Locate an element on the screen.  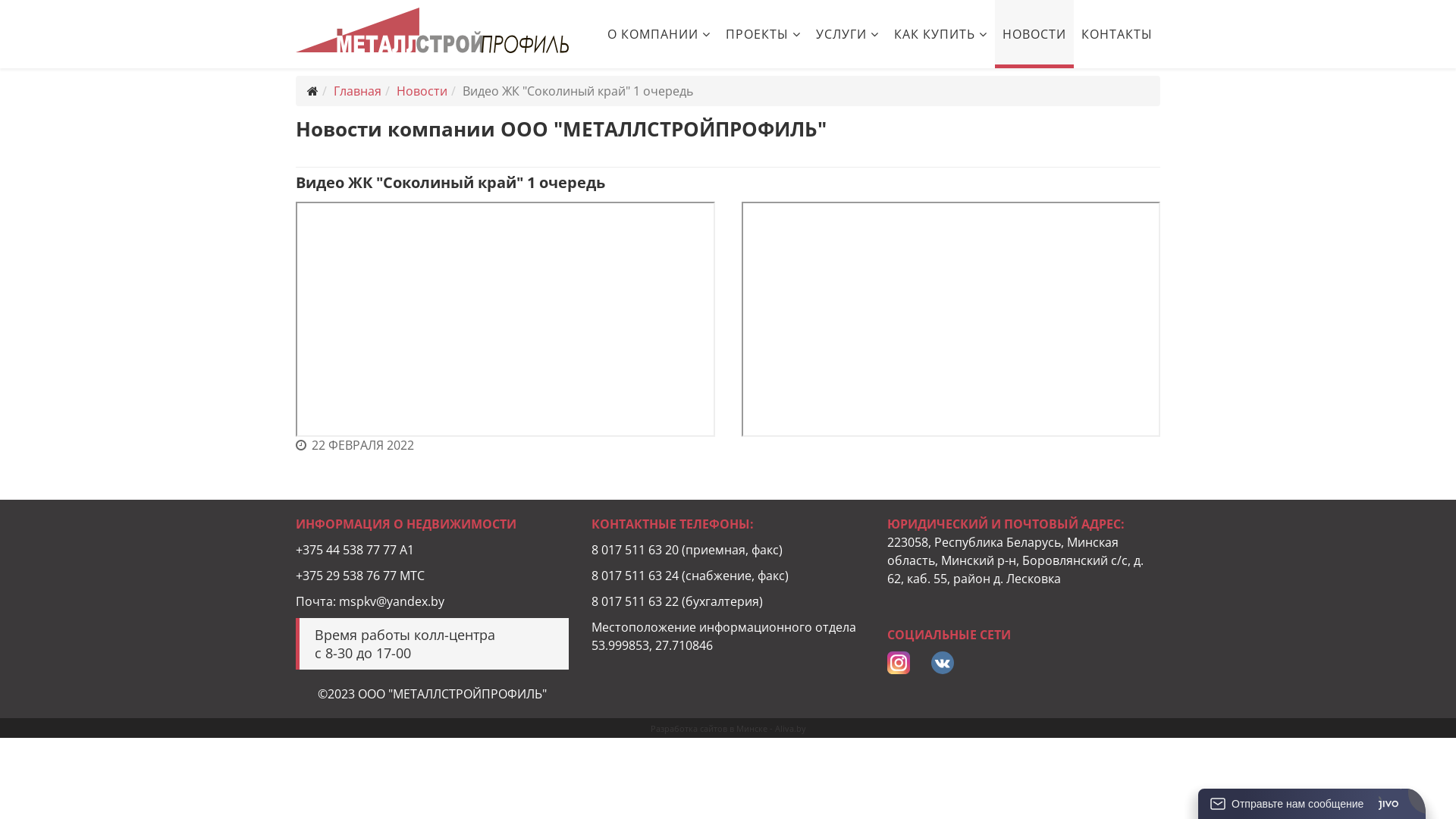
'+375 44 538 77 77' is located at coordinates (345, 550).